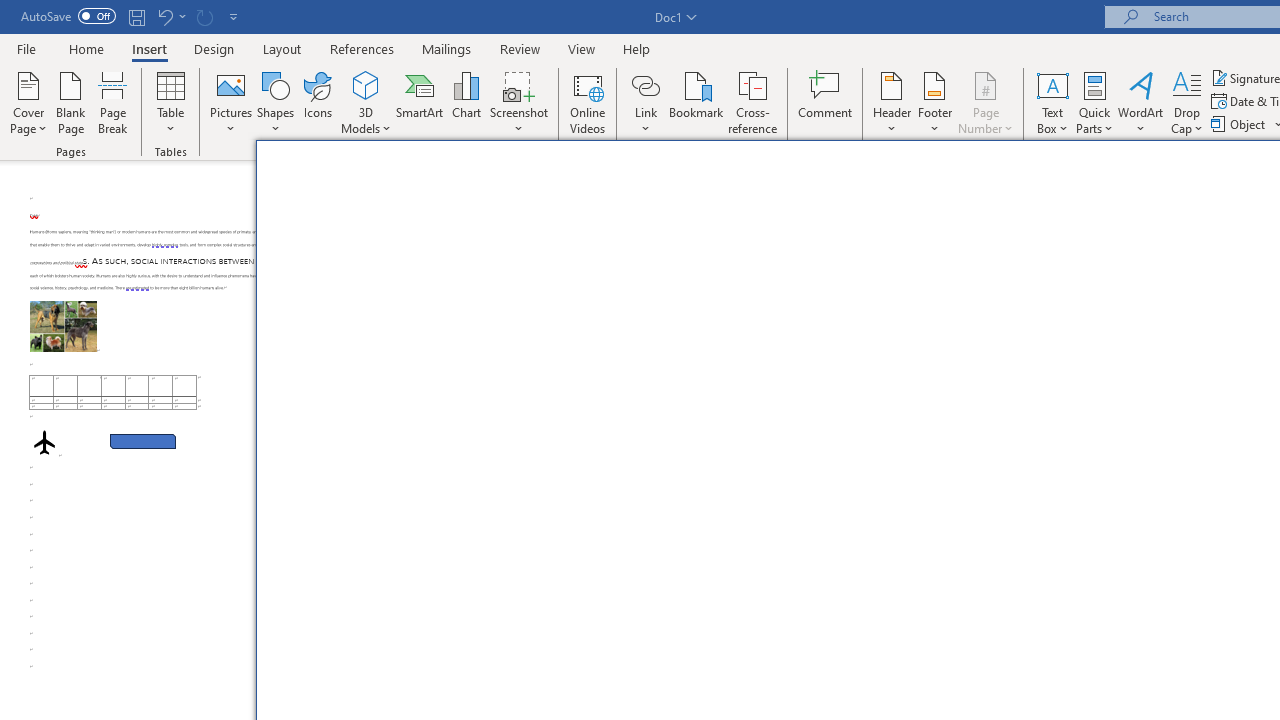  I want to click on 'Link', so click(645, 84).